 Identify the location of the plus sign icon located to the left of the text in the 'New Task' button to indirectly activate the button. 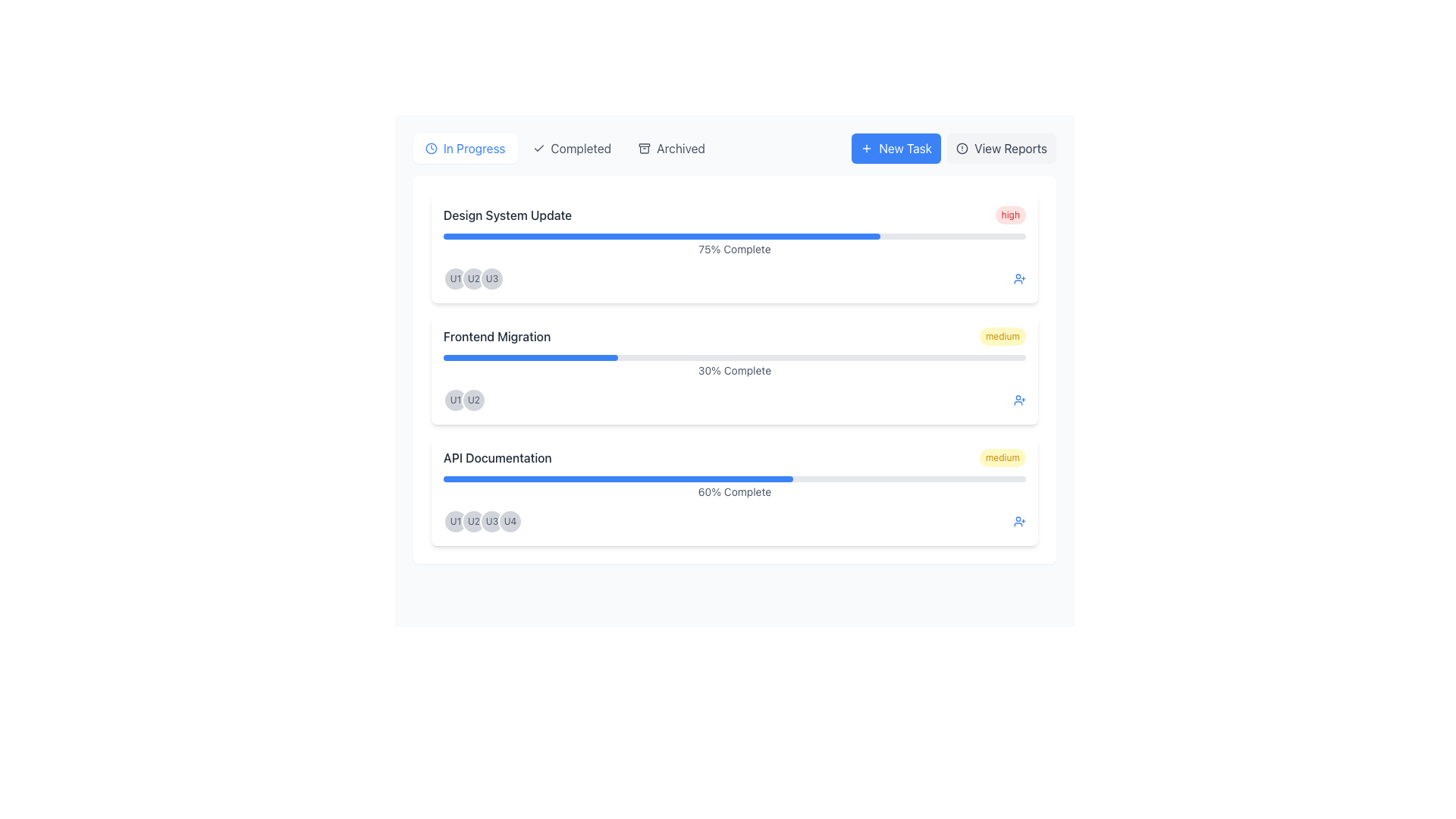
(867, 149).